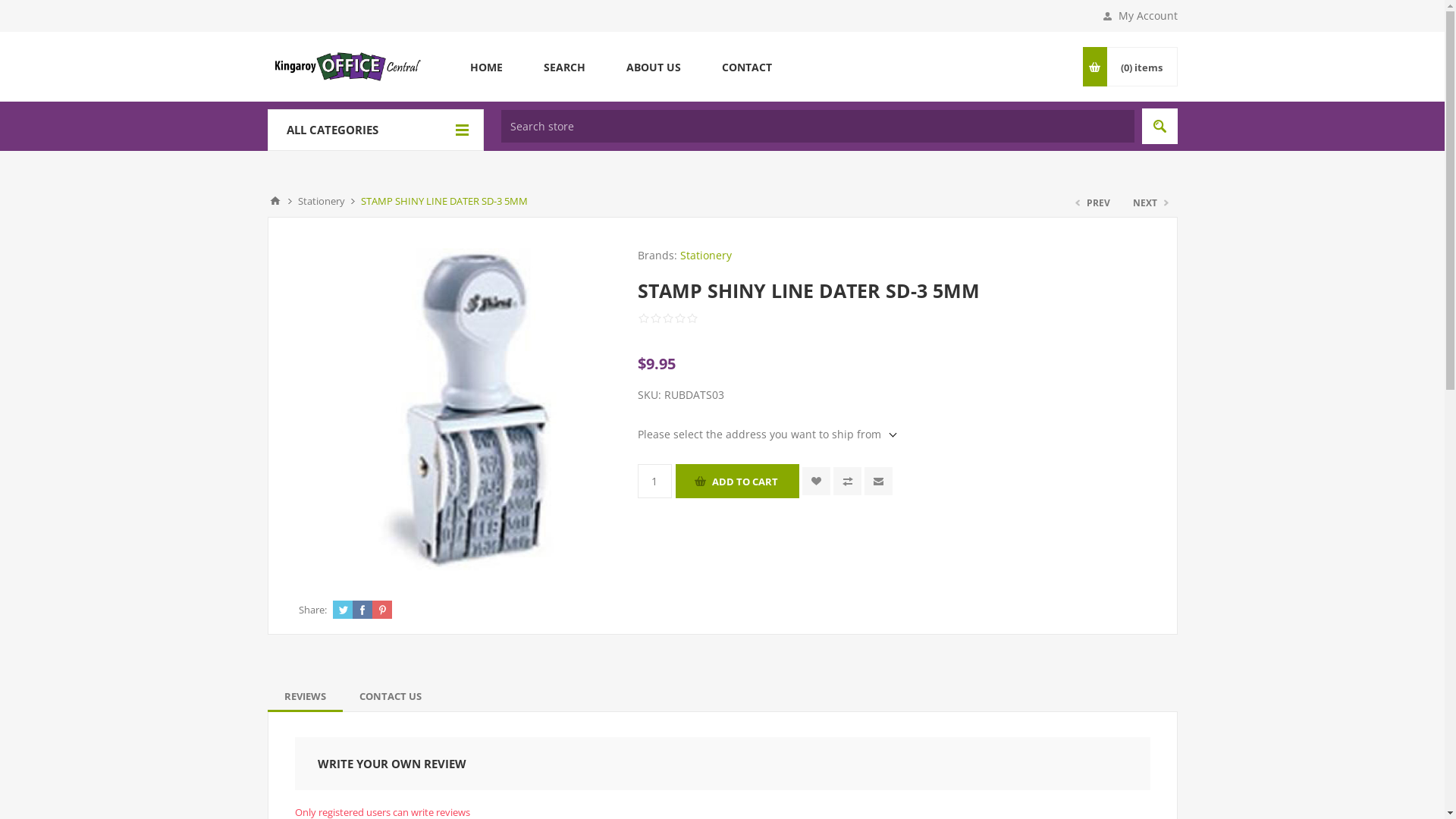 The image size is (1456, 819). What do you see at coordinates (652, 66) in the screenshot?
I see `'ABOUT US'` at bounding box center [652, 66].